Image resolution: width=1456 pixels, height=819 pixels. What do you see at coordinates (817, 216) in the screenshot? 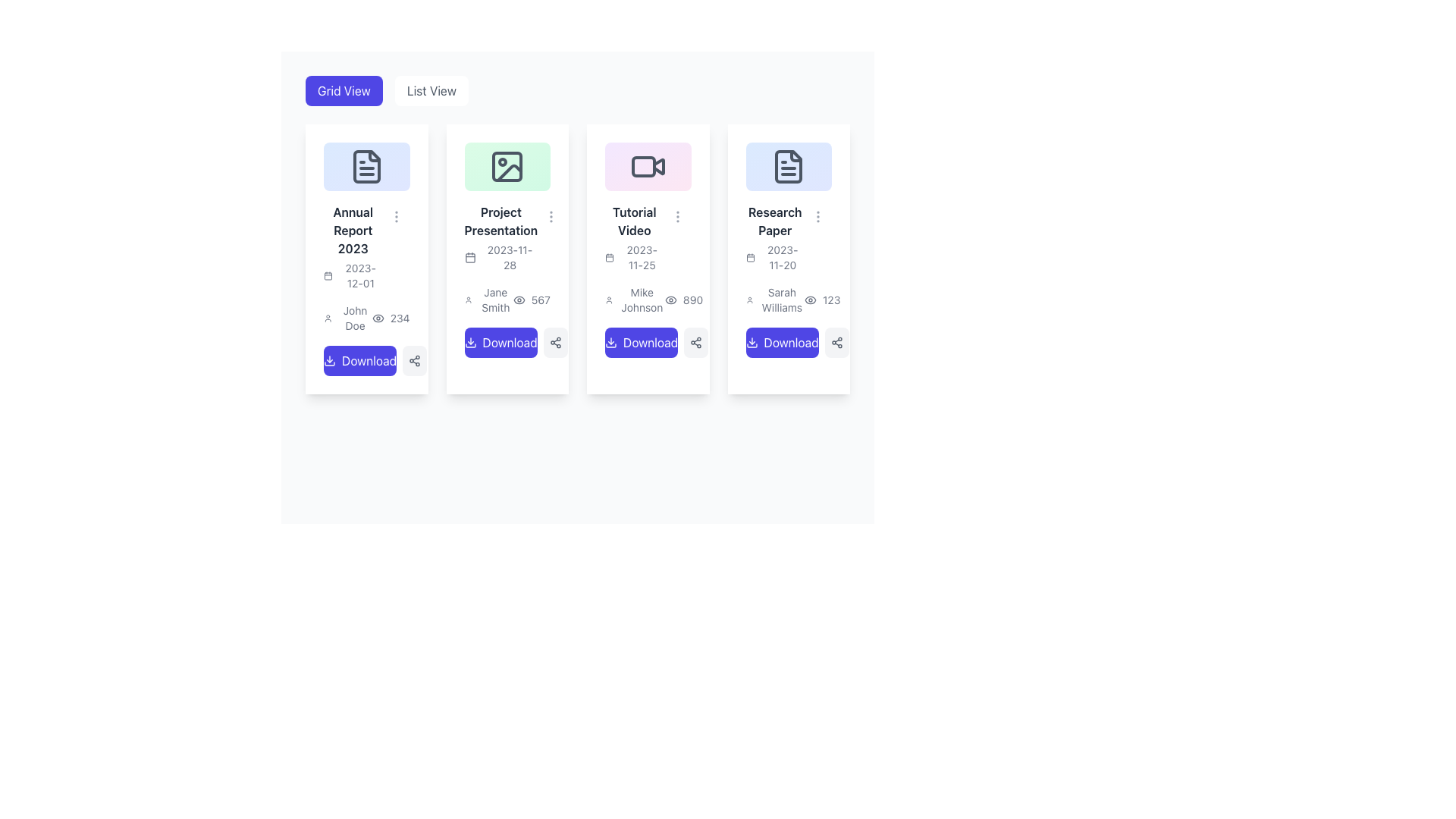
I see `the interactive menu trigger icon located at the top-right corner of the 'Research Paper' card` at bounding box center [817, 216].